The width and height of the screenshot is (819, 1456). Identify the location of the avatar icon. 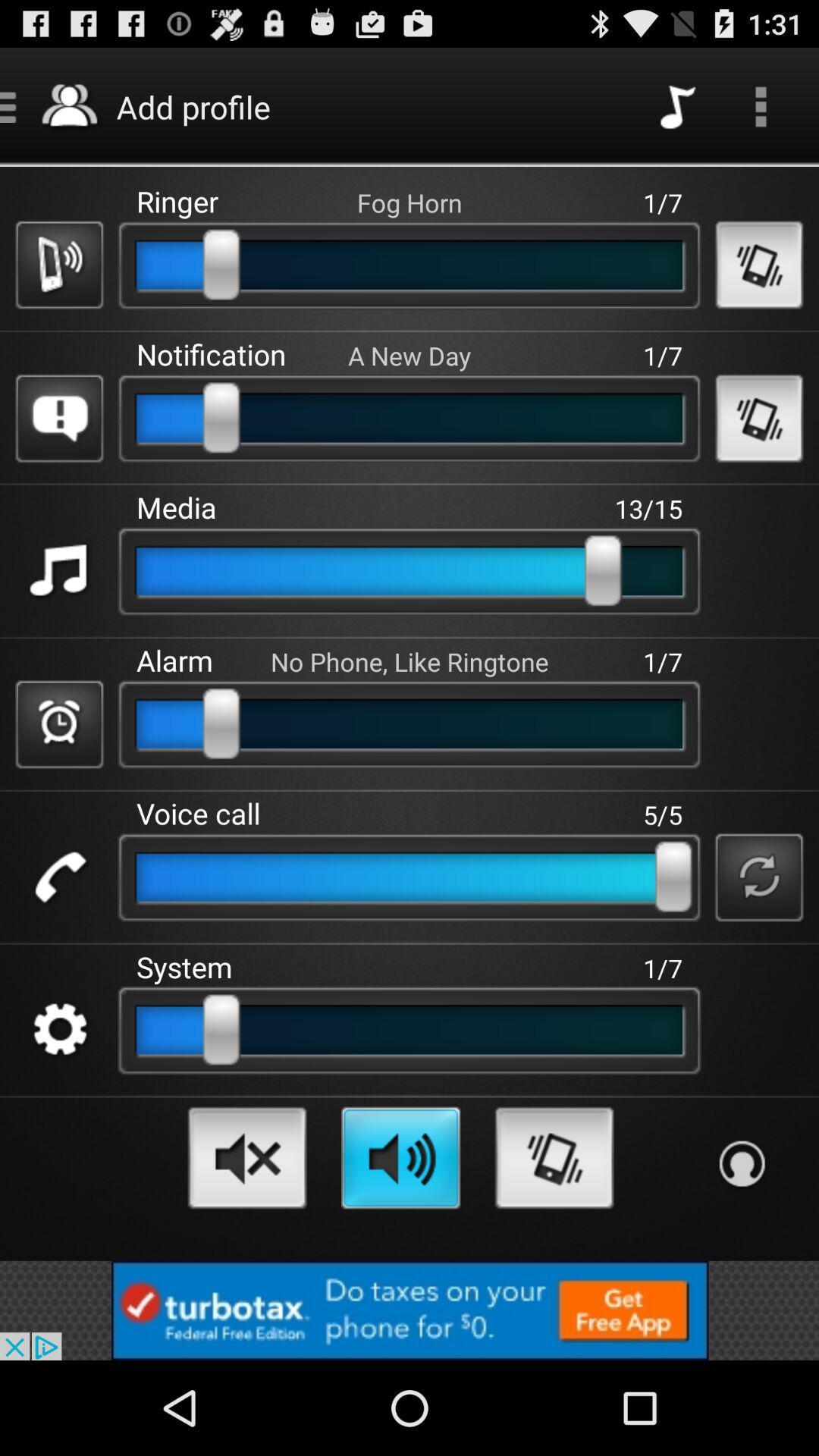
(741, 1246).